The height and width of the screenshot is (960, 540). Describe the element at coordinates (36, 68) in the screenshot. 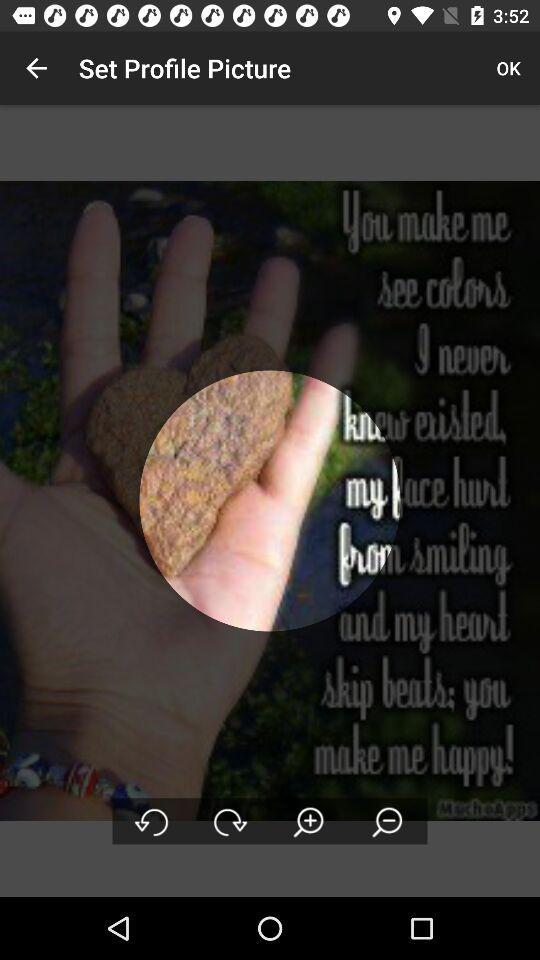

I see `icon at the top left corner` at that location.